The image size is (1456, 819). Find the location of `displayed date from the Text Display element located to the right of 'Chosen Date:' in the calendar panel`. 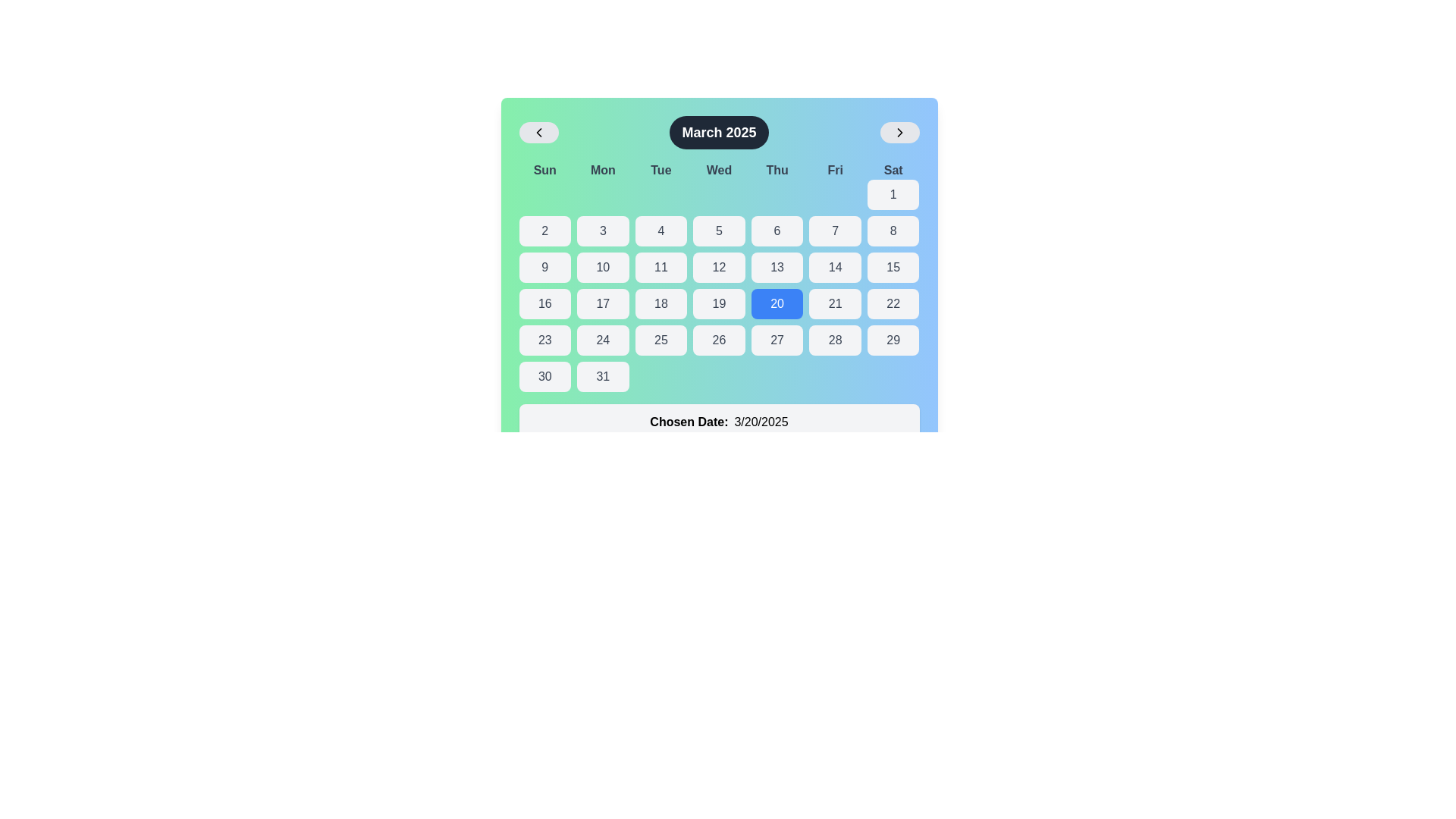

displayed date from the Text Display element located to the right of 'Chosen Date:' in the calendar panel is located at coordinates (761, 422).